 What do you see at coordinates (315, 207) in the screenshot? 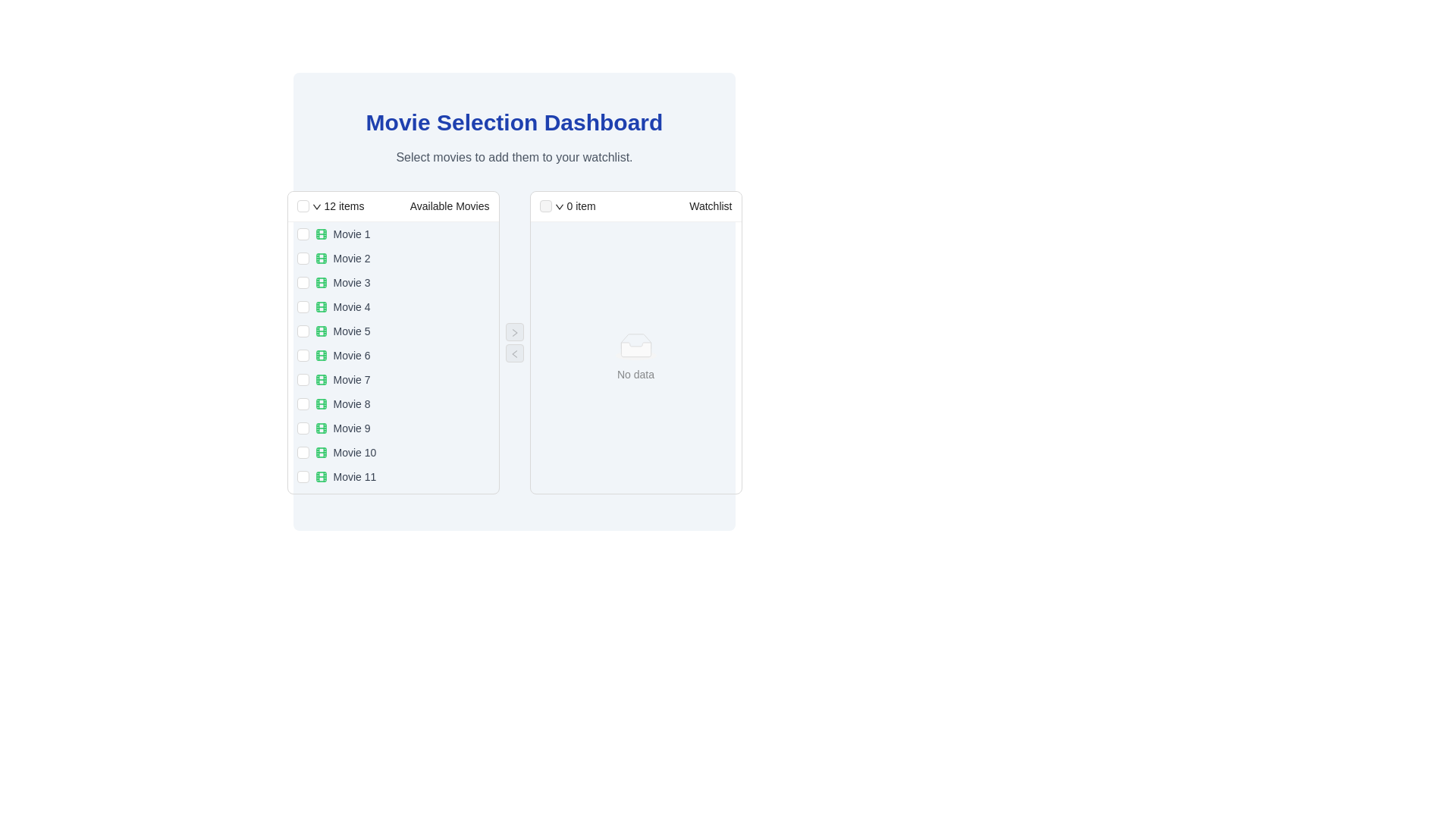
I see `the dropdown arrow icon located in the header of the Available Movies section to trigger a tooltip or highlight effect` at bounding box center [315, 207].